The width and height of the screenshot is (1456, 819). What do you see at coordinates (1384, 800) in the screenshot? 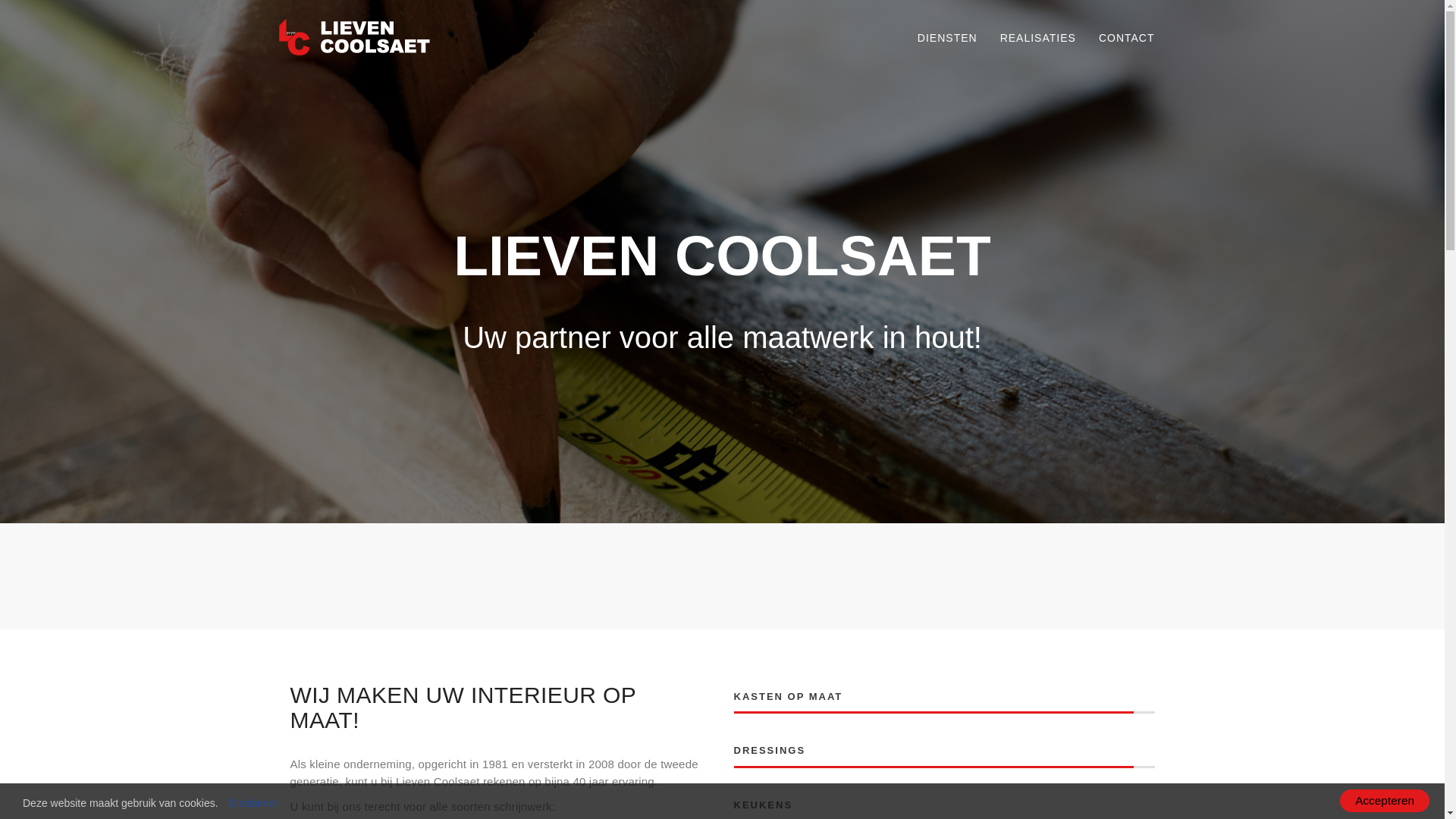
I see `'Accepteren'` at bounding box center [1384, 800].